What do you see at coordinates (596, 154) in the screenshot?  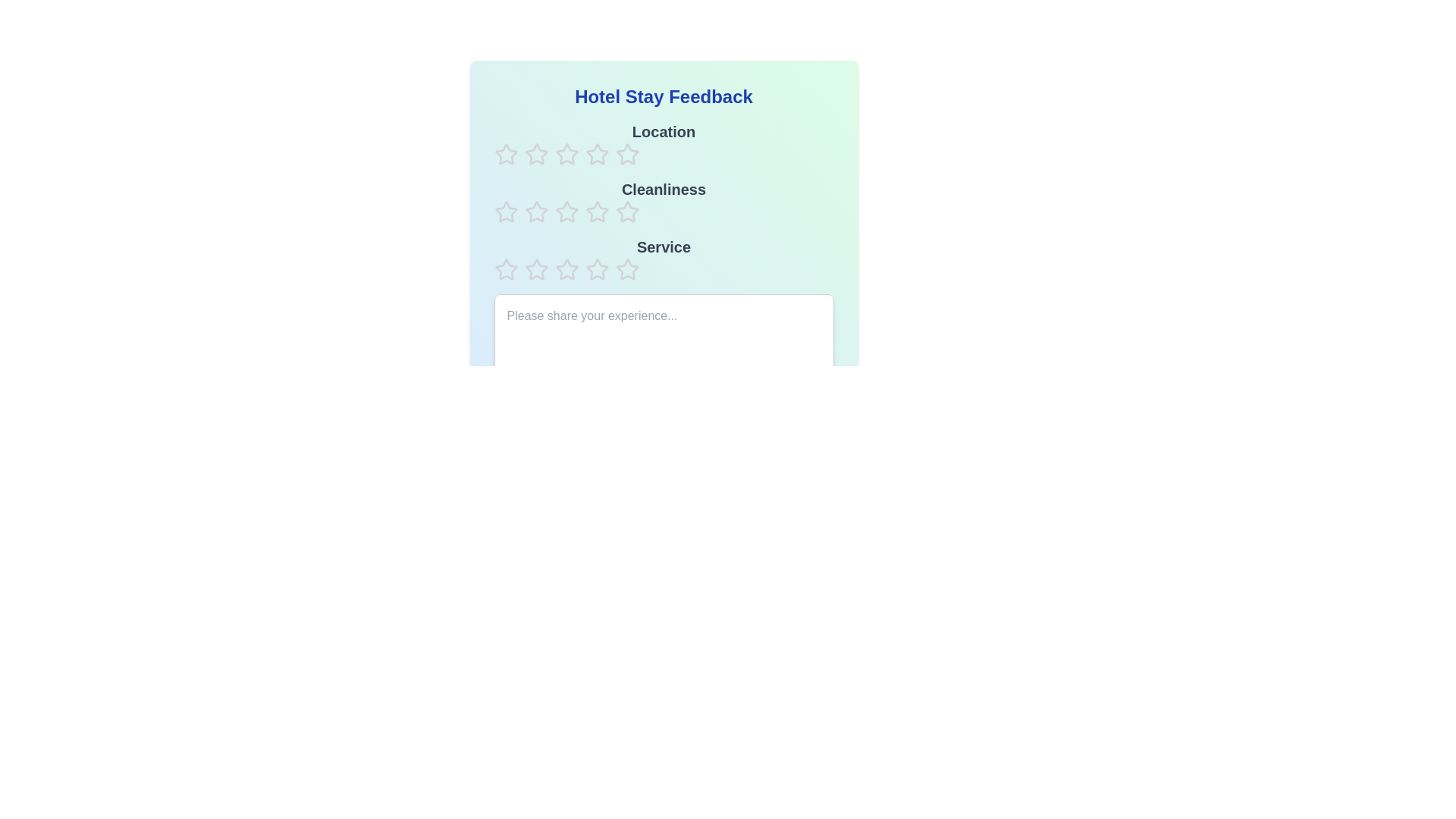 I see `the second rating star` at bounding box center [596, 154].